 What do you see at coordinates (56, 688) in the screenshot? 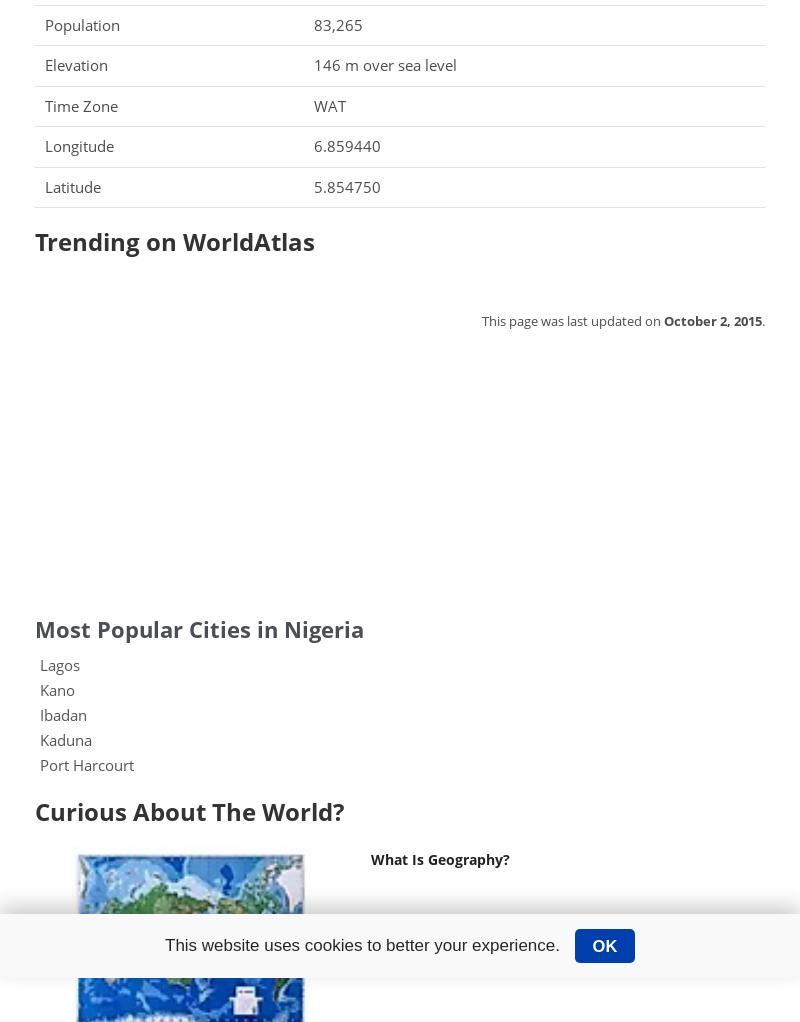
I see `'Kano'` at bounding box center [56, 688].